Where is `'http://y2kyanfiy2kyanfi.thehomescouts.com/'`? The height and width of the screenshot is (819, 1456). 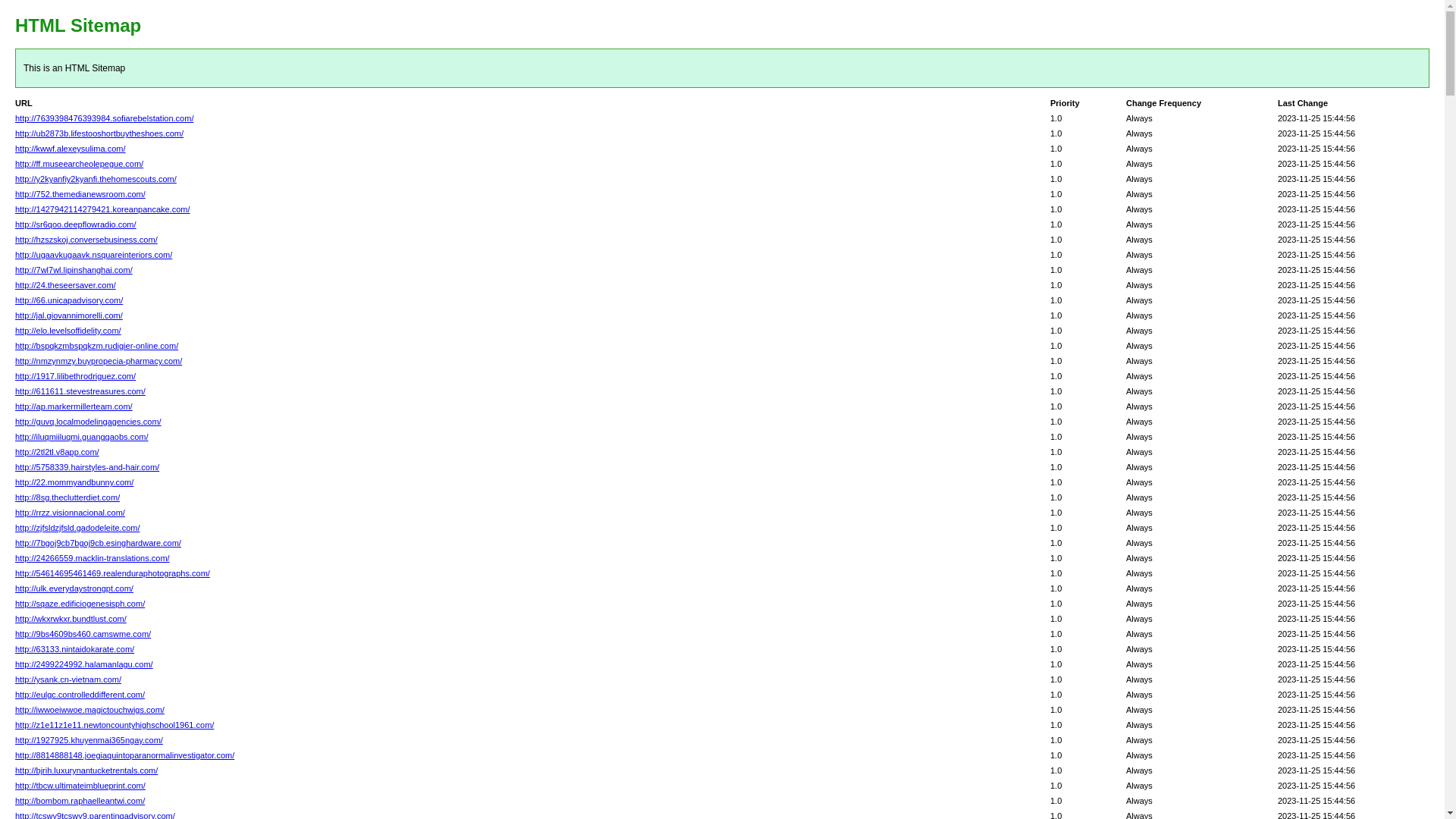 'http://y2kyanfiy2kyanfi.thehomescouts.com/' is located at coordinates (95, 177).